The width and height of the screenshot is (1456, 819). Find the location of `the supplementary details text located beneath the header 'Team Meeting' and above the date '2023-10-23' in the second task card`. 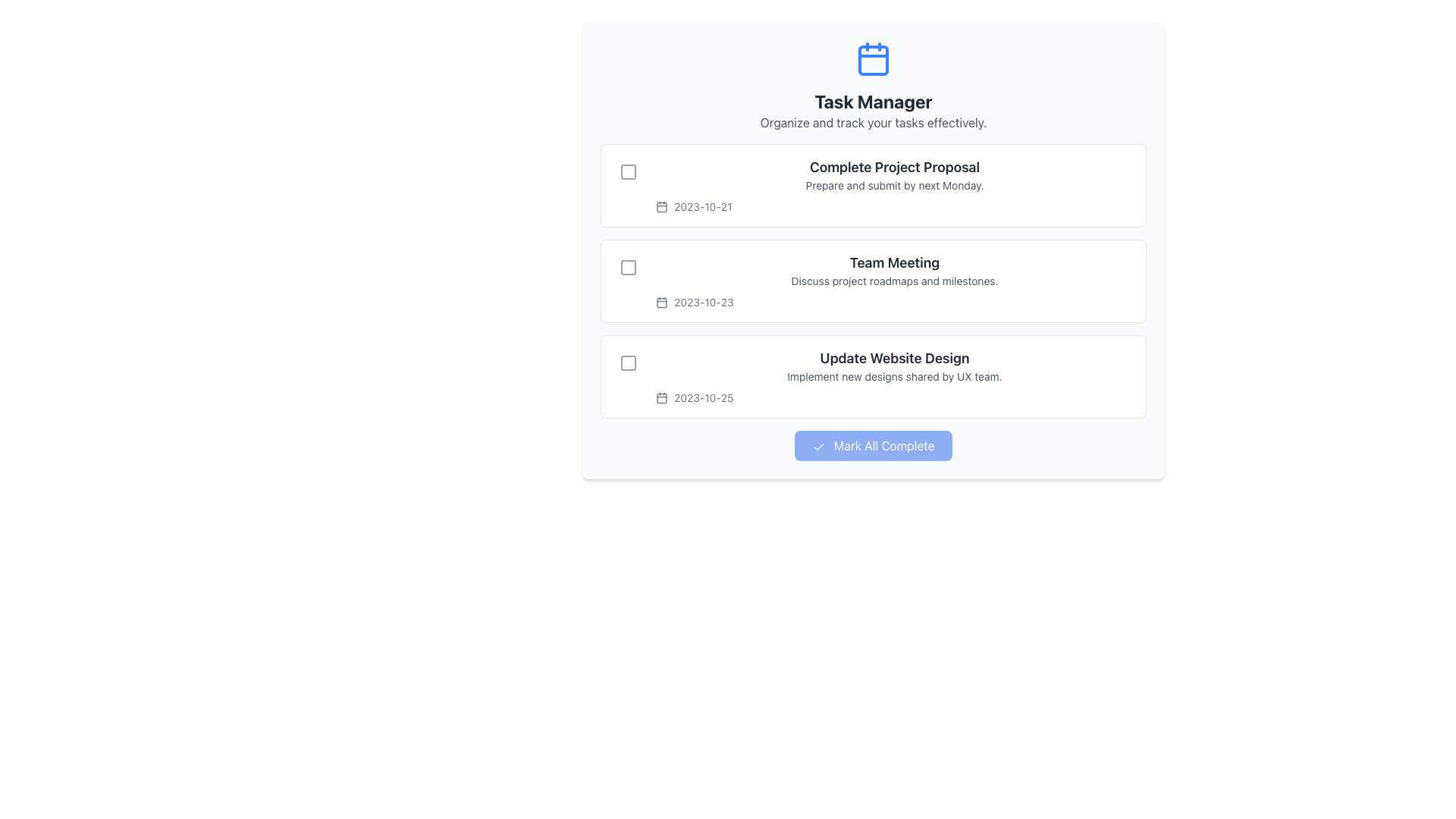

the supplementary details text located beneath the header 'Team Meeting' and above the date '2023-10-23' in the second task card is located at coordinates (895, 281).